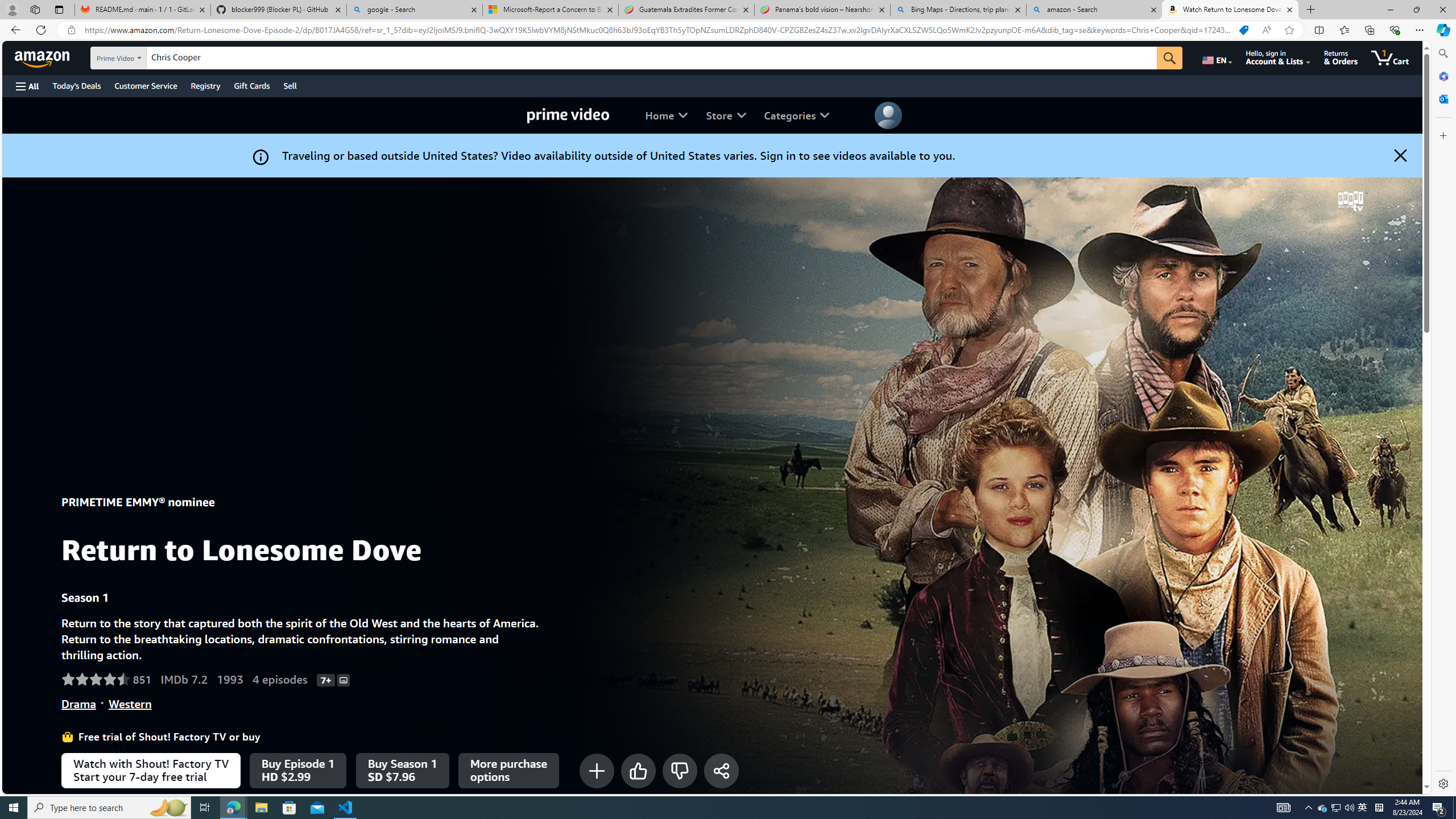  Describe the element at coordinates (721, 770) in the screenshot. I see `'Share'` at that location.